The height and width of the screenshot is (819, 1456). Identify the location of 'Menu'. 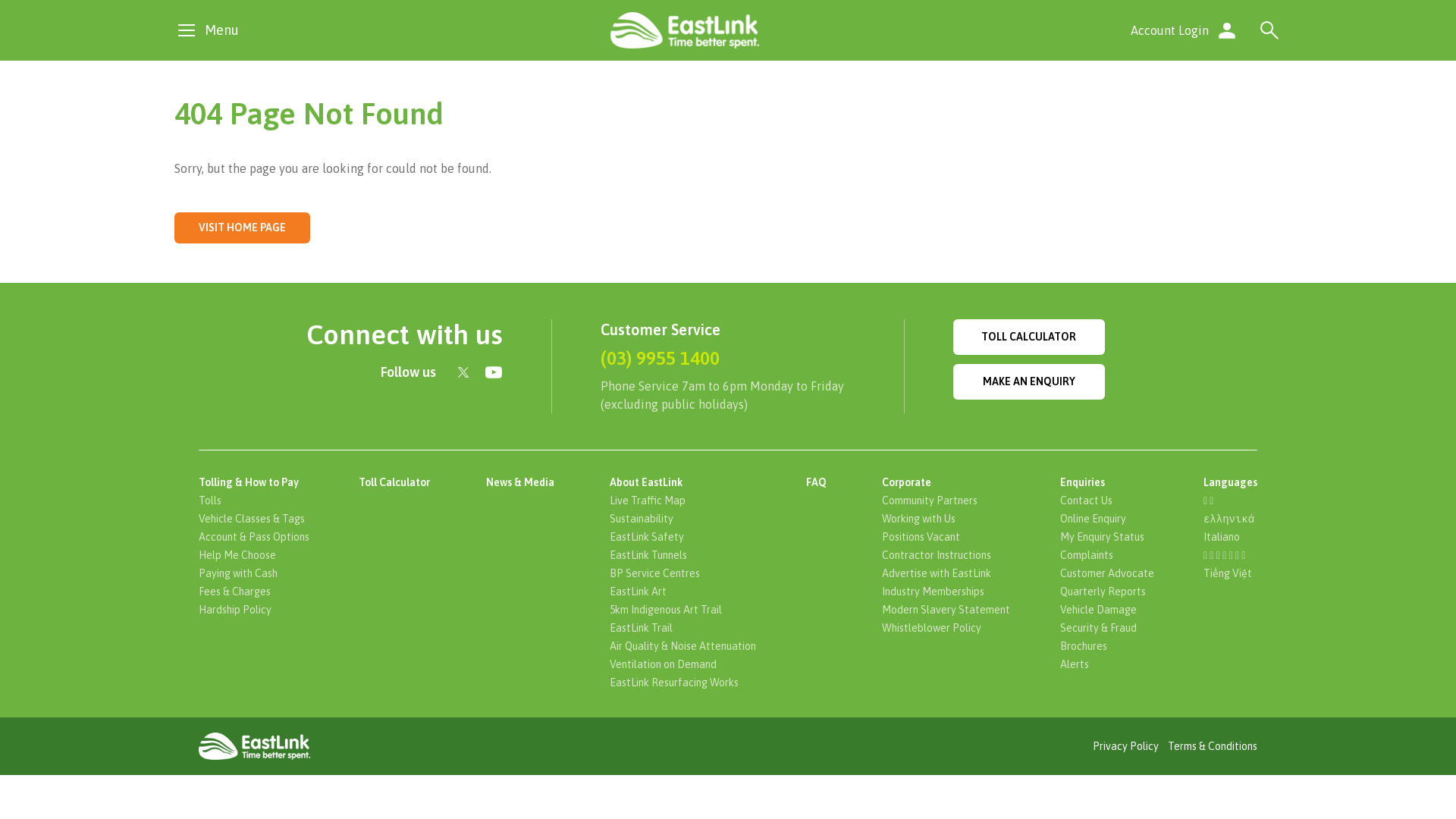
(206, 30).